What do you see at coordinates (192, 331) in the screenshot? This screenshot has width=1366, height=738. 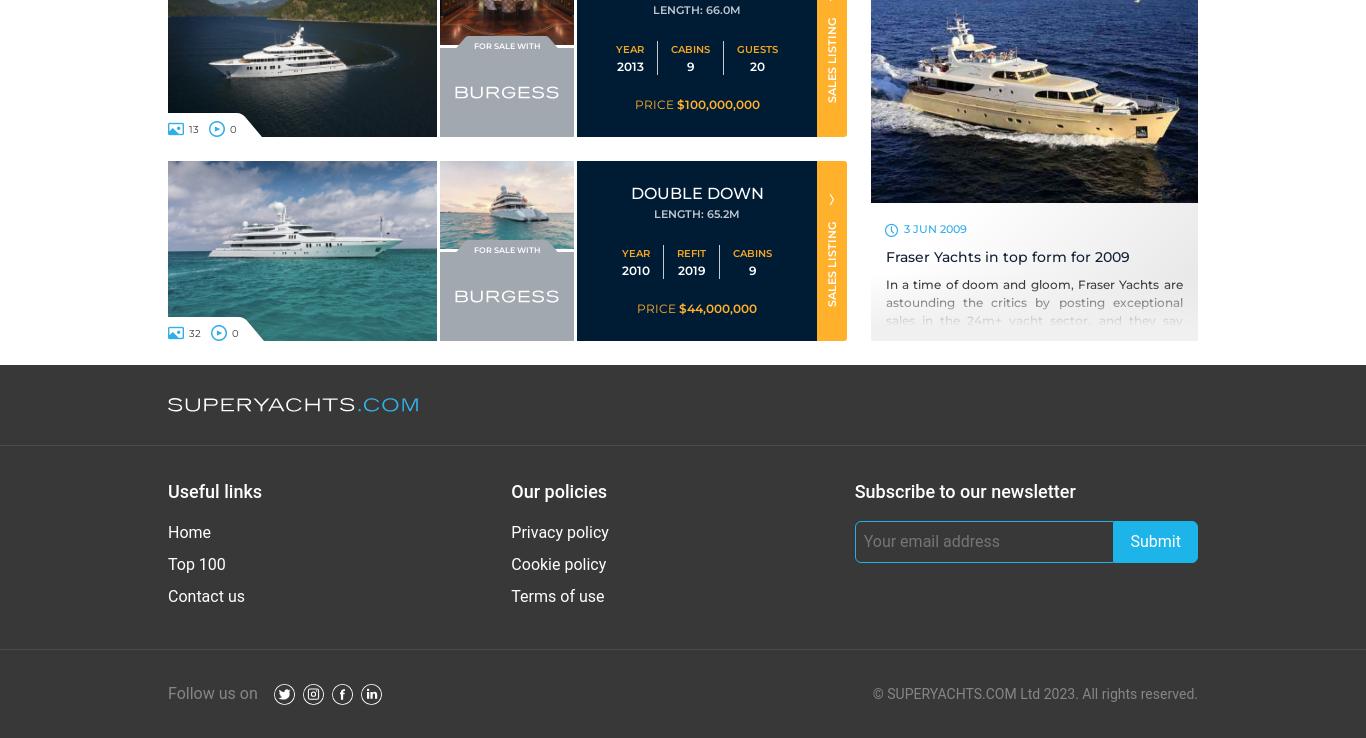 I see `'16'` at bounding box center [192, 331].